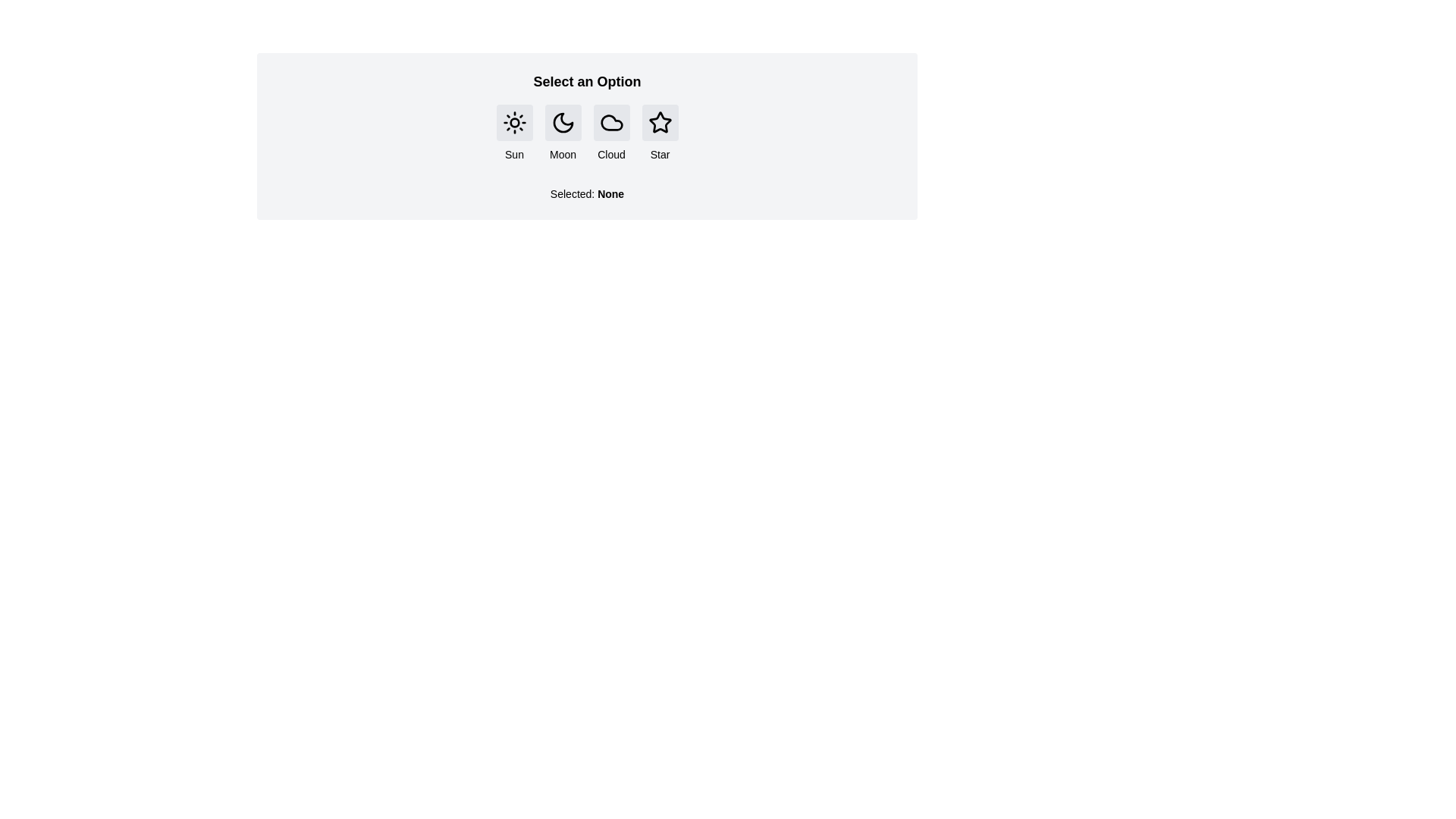 Image resolution: width=1456 pixels, height=819 pixels. What do you see at coordinates (514, 155) in the screenshot?
I see `the text label displaying the word 'Sun', which is positioned directly beneath a sun icon among a series of weather condition icons` at bounding box center [514, 155].